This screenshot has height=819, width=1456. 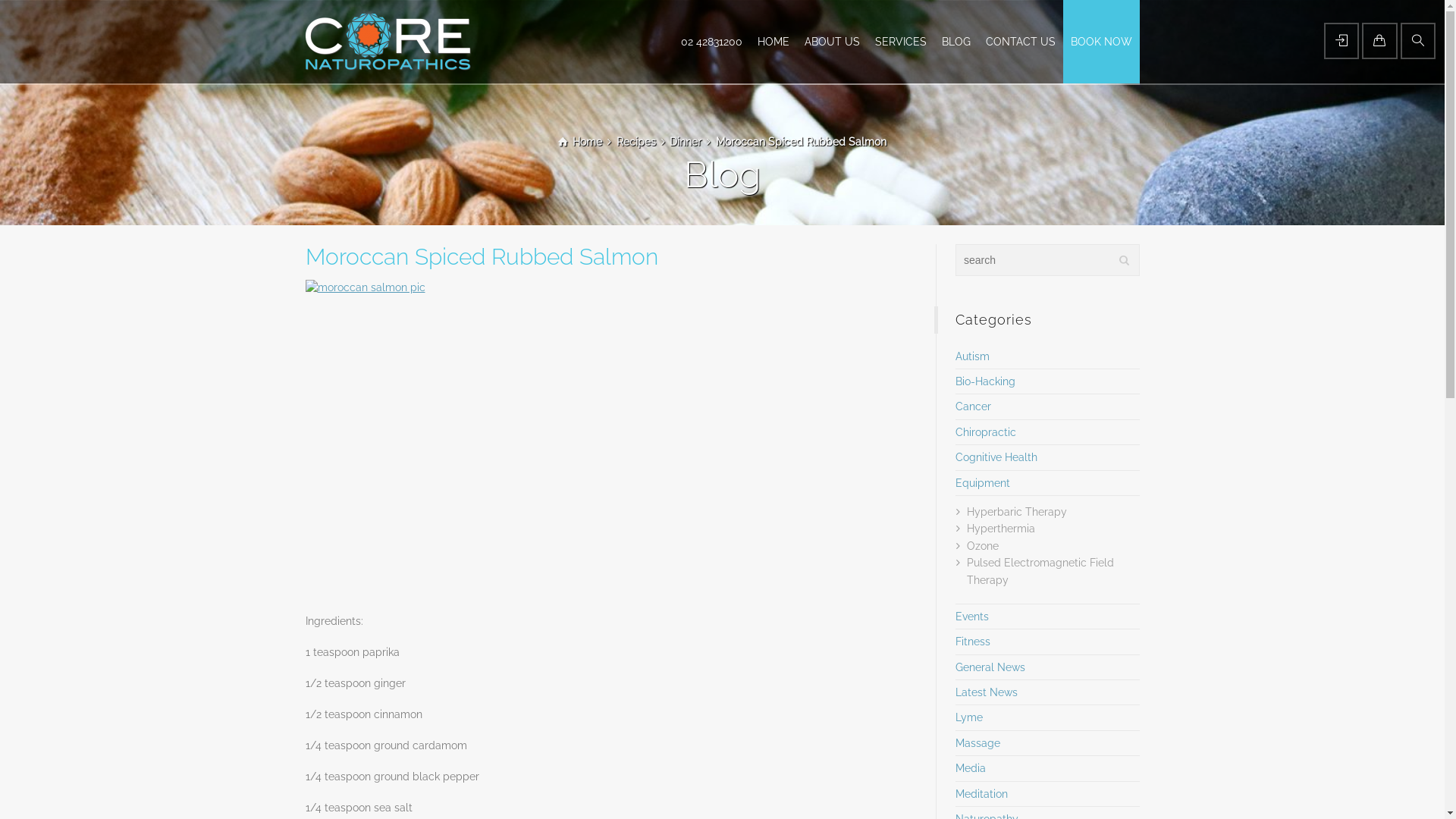 What do you see at coordinates (1417, 40) in the screenshot?
I see `'Search'` at bounding box center [1417, 40].